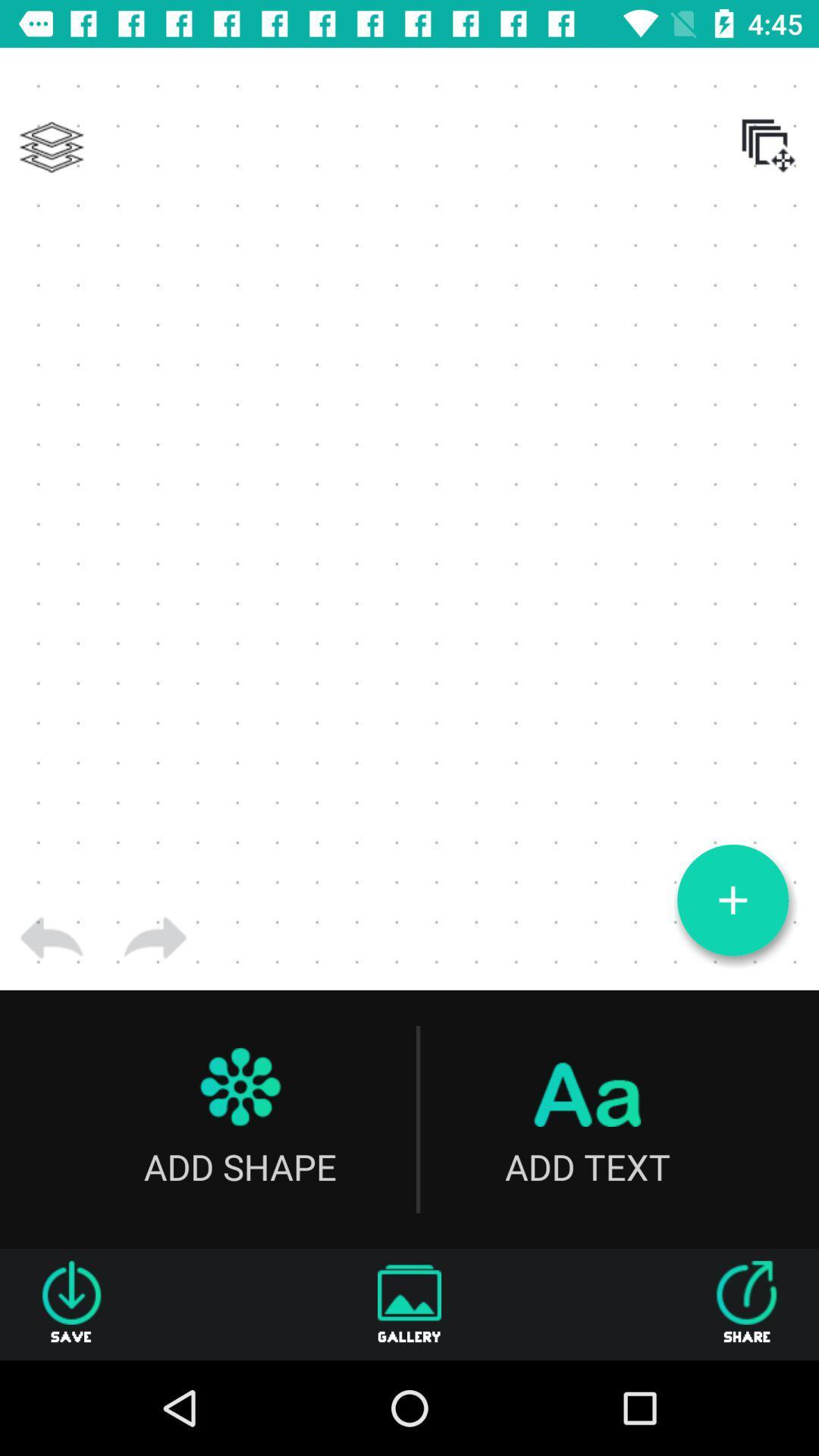 This screenshot has height=1456, width=819. Describe the element at coordinates (239, 1119) in the screenshot. I see `add shape icon` at that location.